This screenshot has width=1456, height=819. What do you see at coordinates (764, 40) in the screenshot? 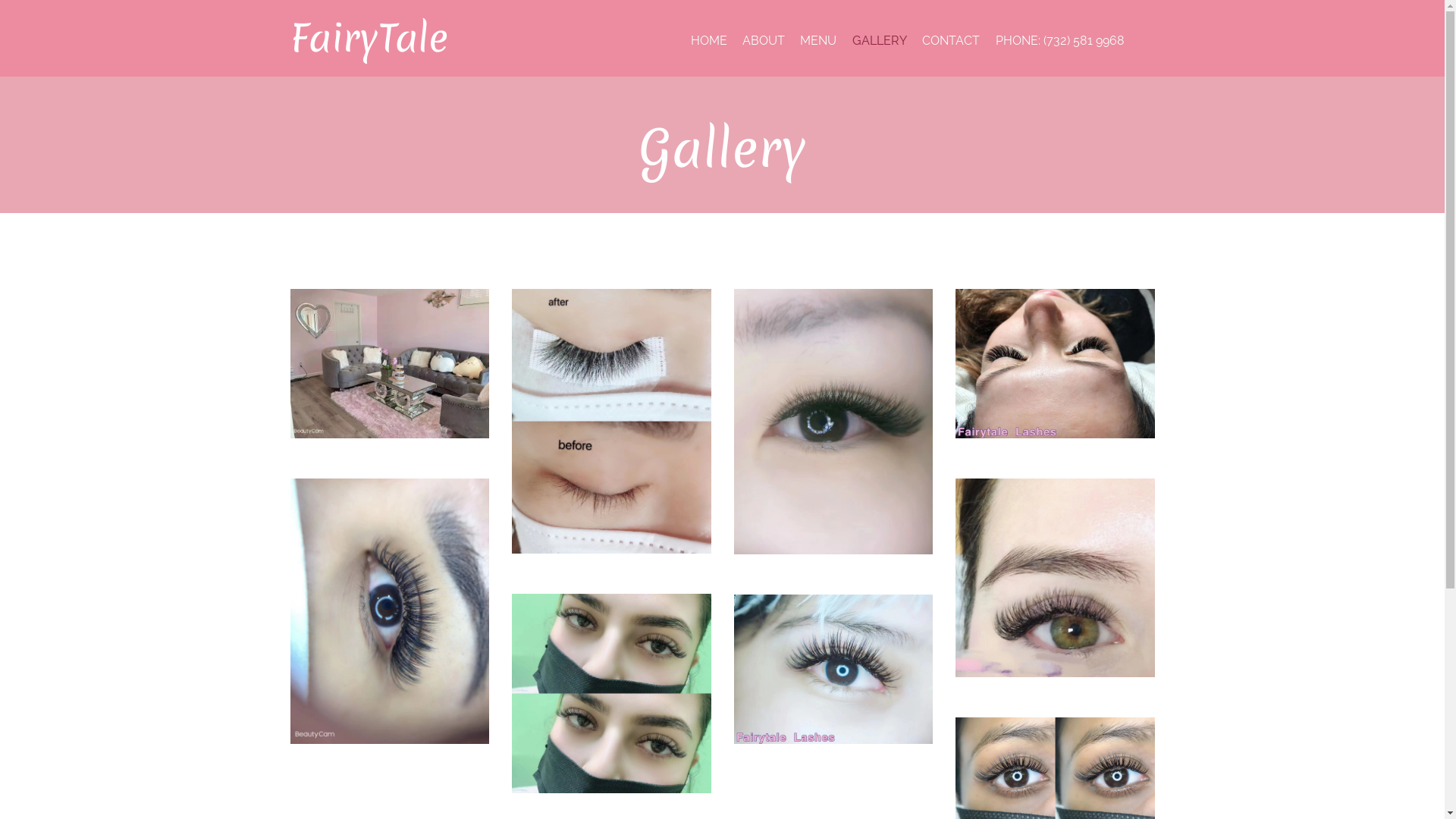
I see `'ABOUT'` at bounding box center [764, 40].